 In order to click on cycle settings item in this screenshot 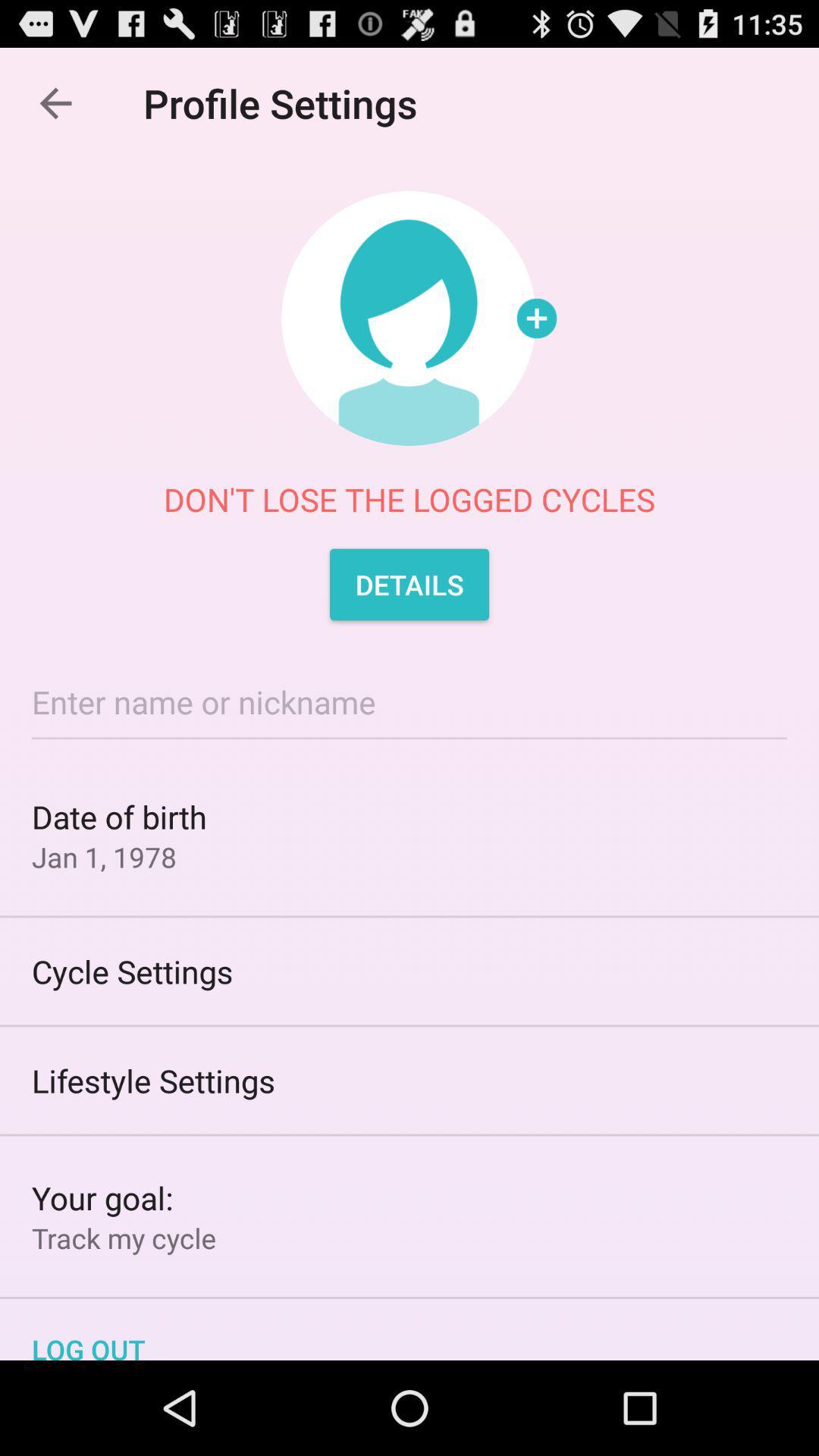, I will do `click(409, 971)`.